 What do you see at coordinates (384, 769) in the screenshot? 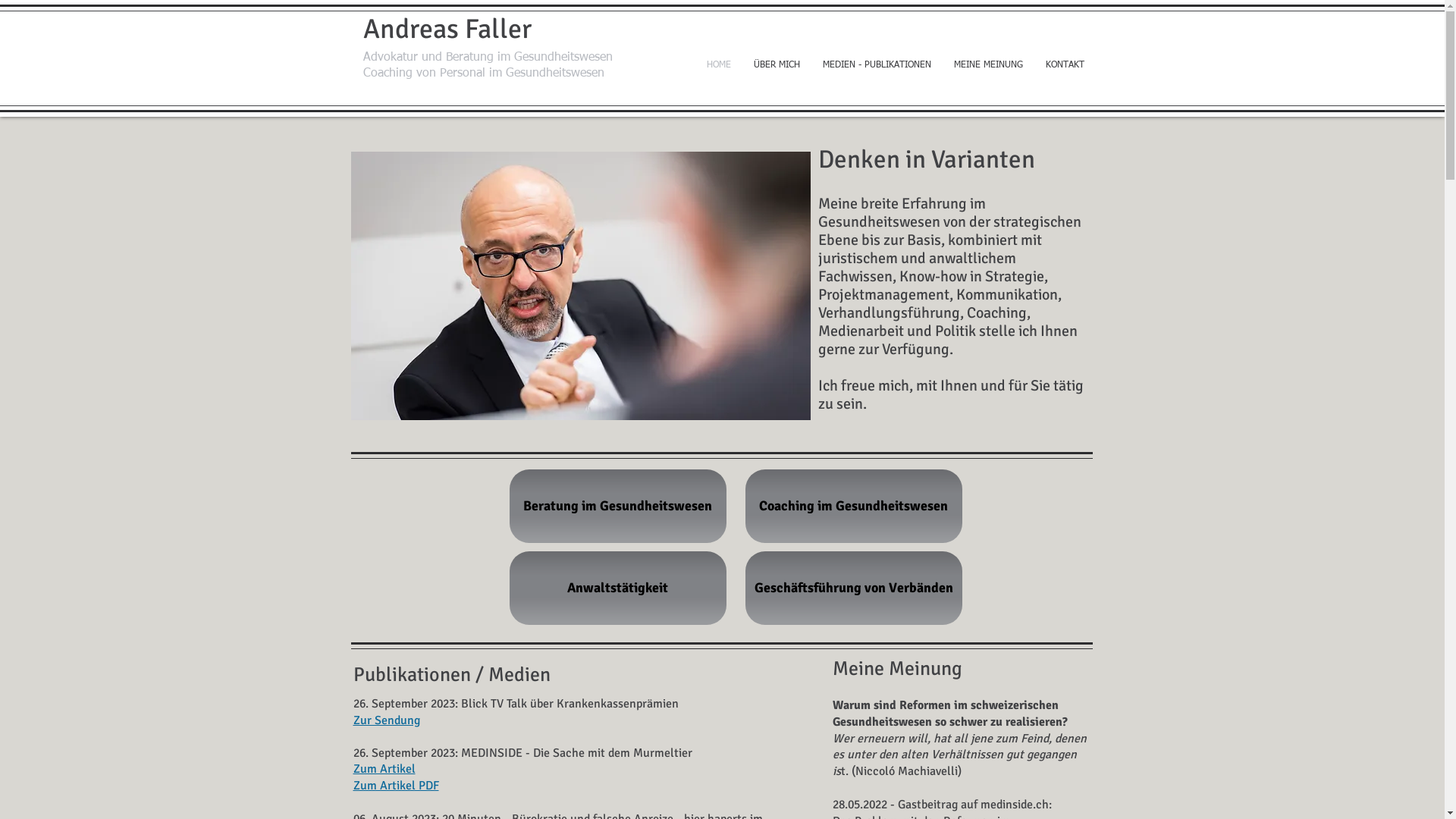
I see `'Zum Artikel'` at bounding box center [384, 769].